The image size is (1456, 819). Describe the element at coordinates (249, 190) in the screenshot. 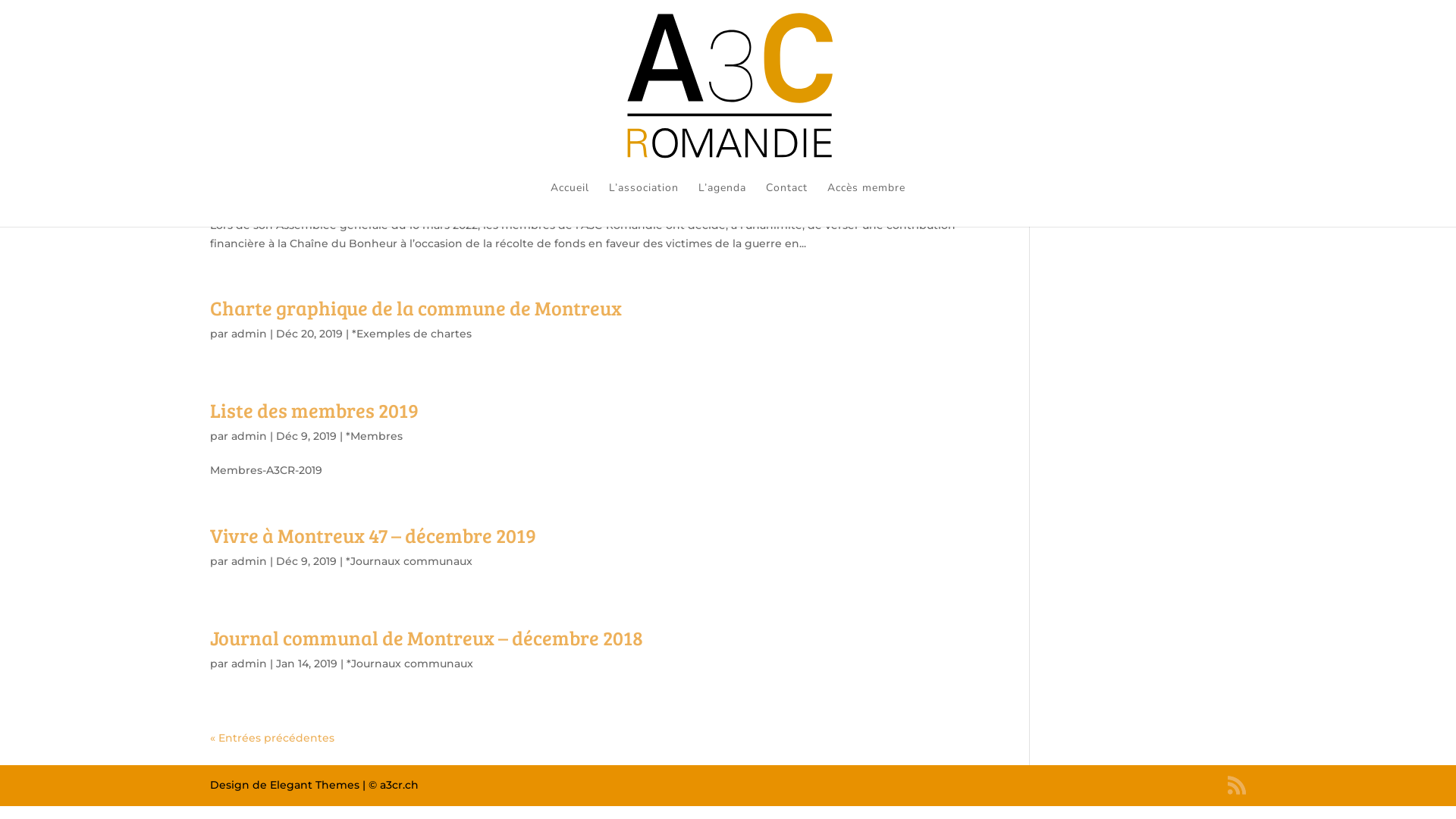

I see `'admin'` at that location.